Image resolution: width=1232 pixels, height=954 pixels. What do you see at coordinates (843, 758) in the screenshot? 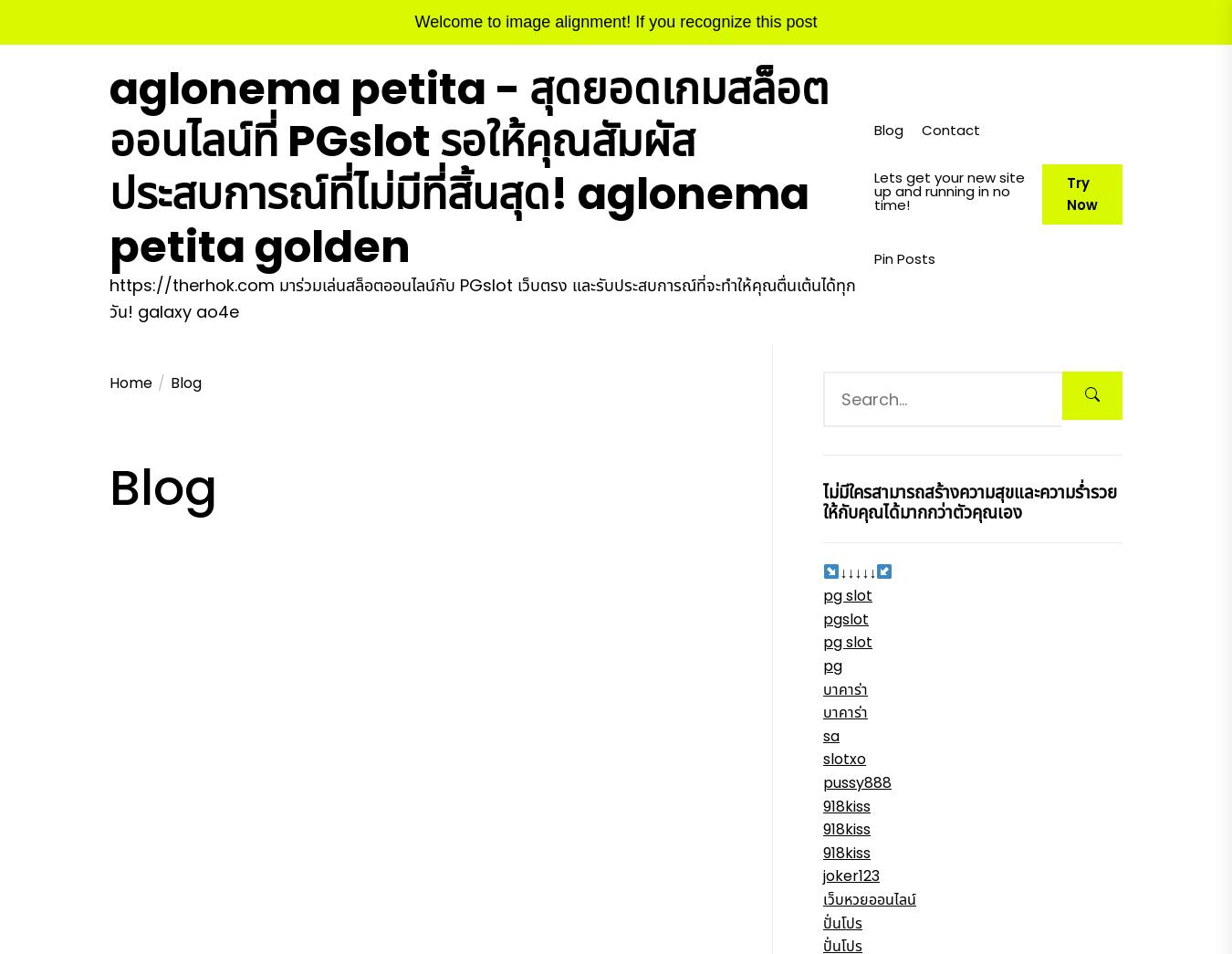
I see `'slotxo'` at bounding box center [843, 758].